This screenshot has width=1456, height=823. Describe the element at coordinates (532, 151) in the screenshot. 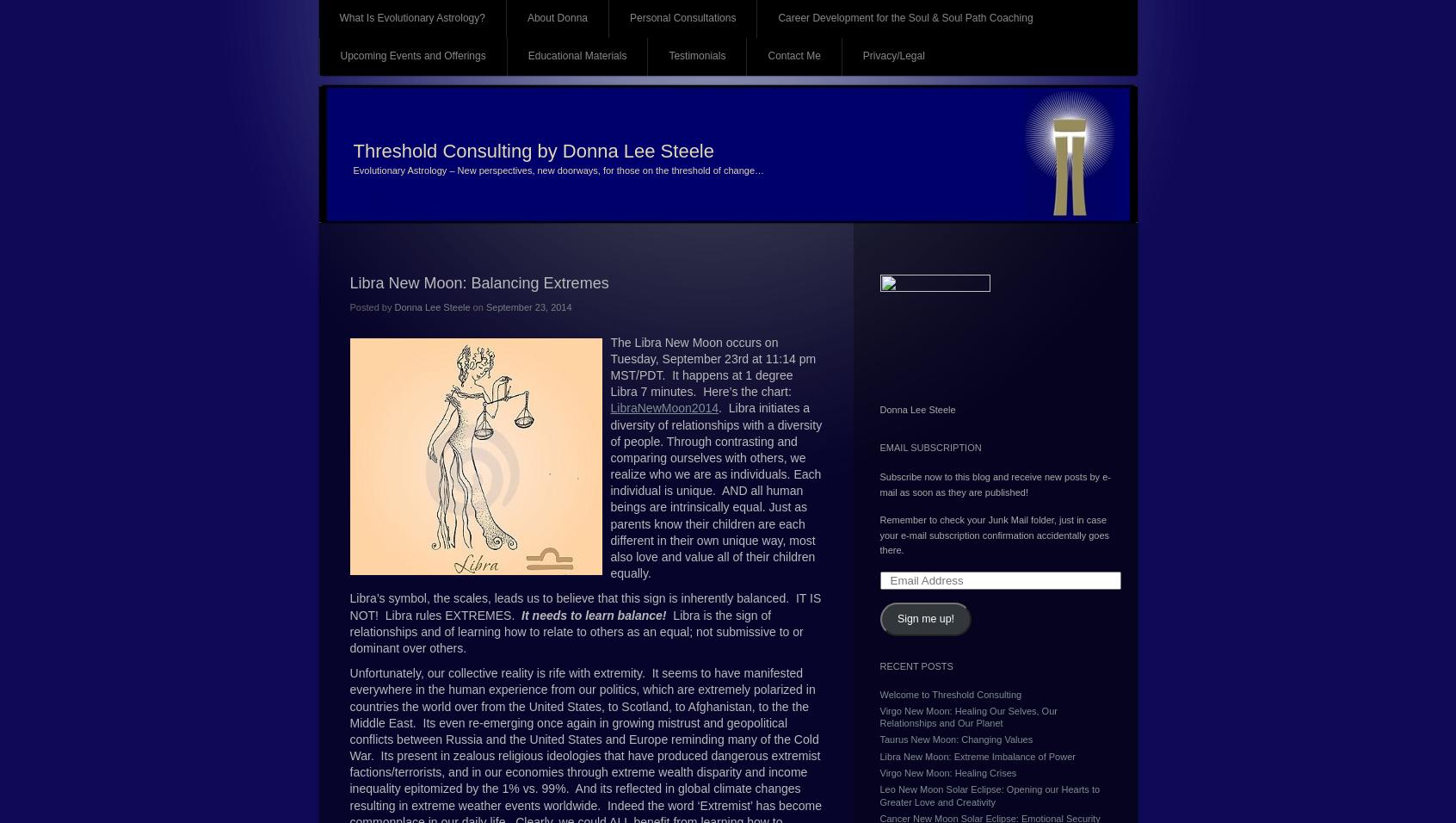

I see `'Threshold Consulting by Donna Lee Steele'` at that location.